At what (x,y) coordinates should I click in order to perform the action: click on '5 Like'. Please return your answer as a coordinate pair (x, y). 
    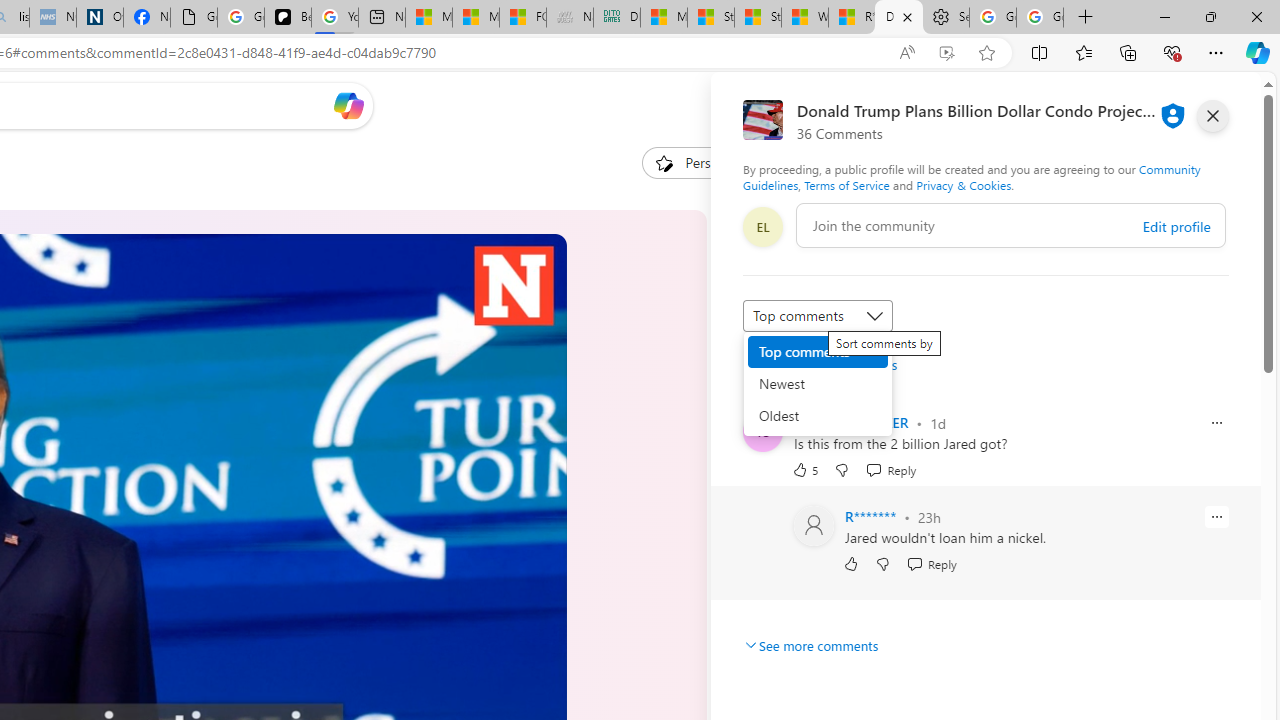
    Looking at the image, I should click on (805, 469).